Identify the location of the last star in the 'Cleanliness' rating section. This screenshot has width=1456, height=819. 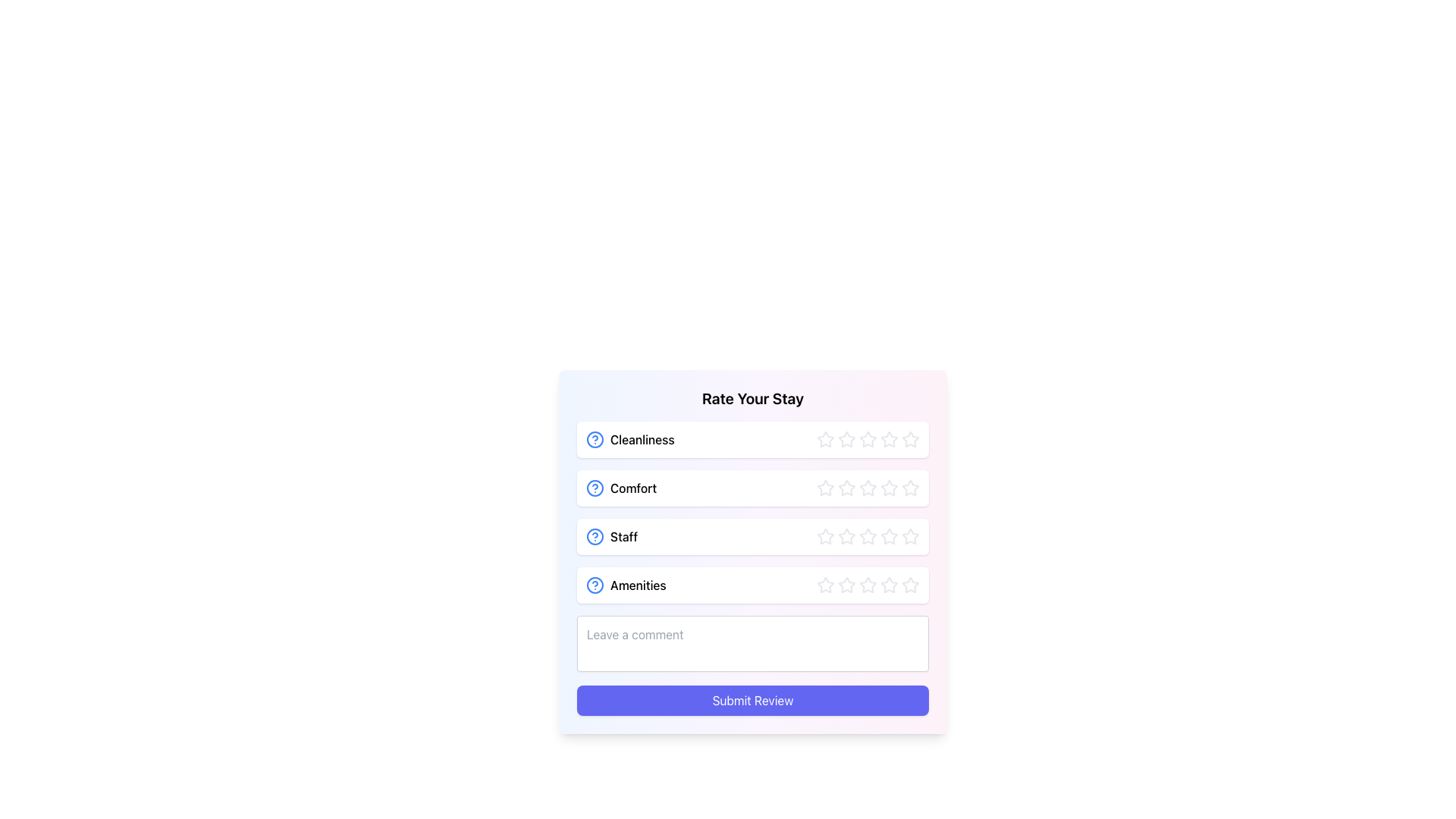
(889, 439).